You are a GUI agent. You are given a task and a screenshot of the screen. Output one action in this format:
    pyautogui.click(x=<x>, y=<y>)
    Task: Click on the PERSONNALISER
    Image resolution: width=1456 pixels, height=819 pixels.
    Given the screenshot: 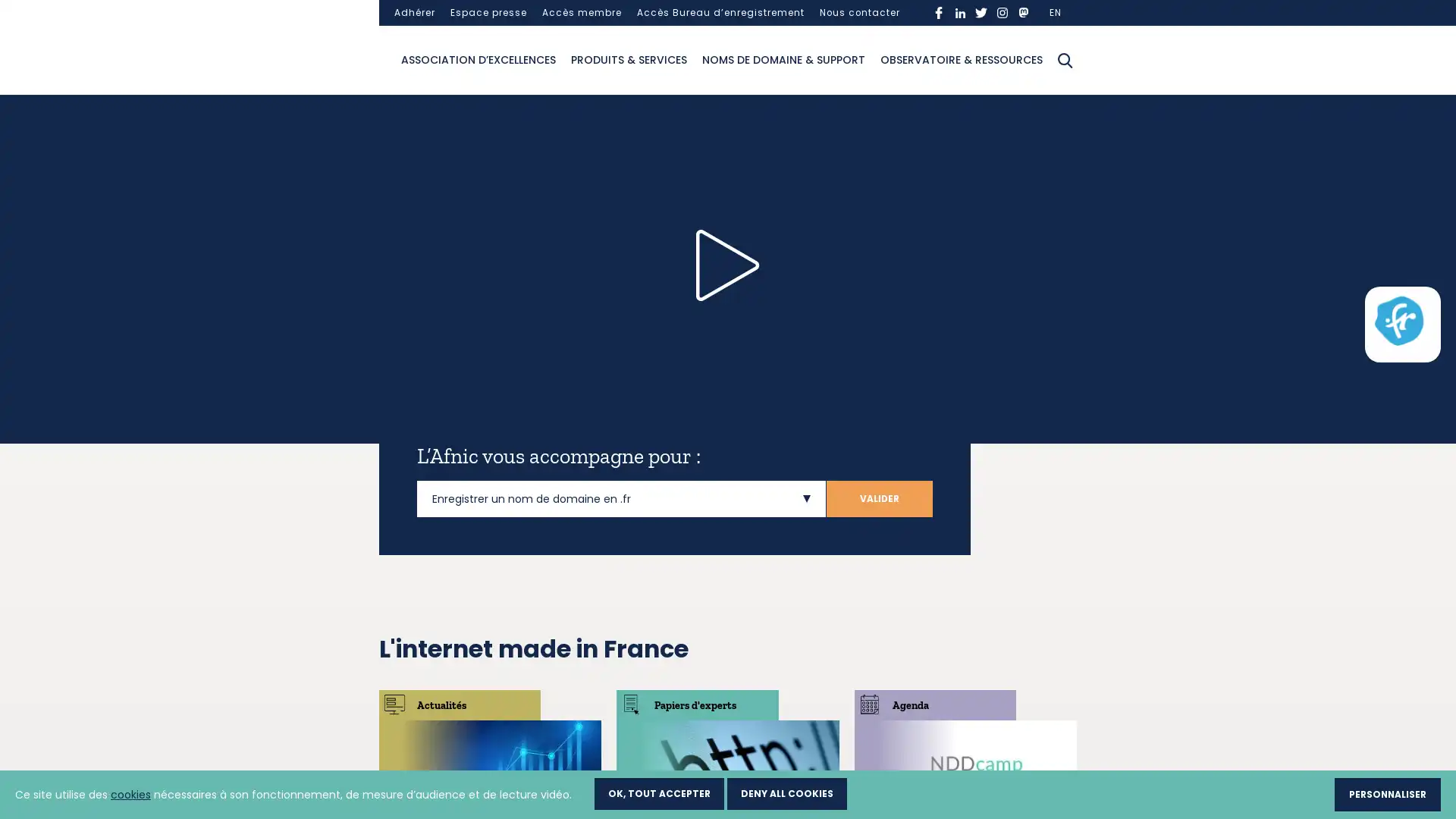 What is the action you would take?
    pyautogui.click(x=1387, y=793)
    